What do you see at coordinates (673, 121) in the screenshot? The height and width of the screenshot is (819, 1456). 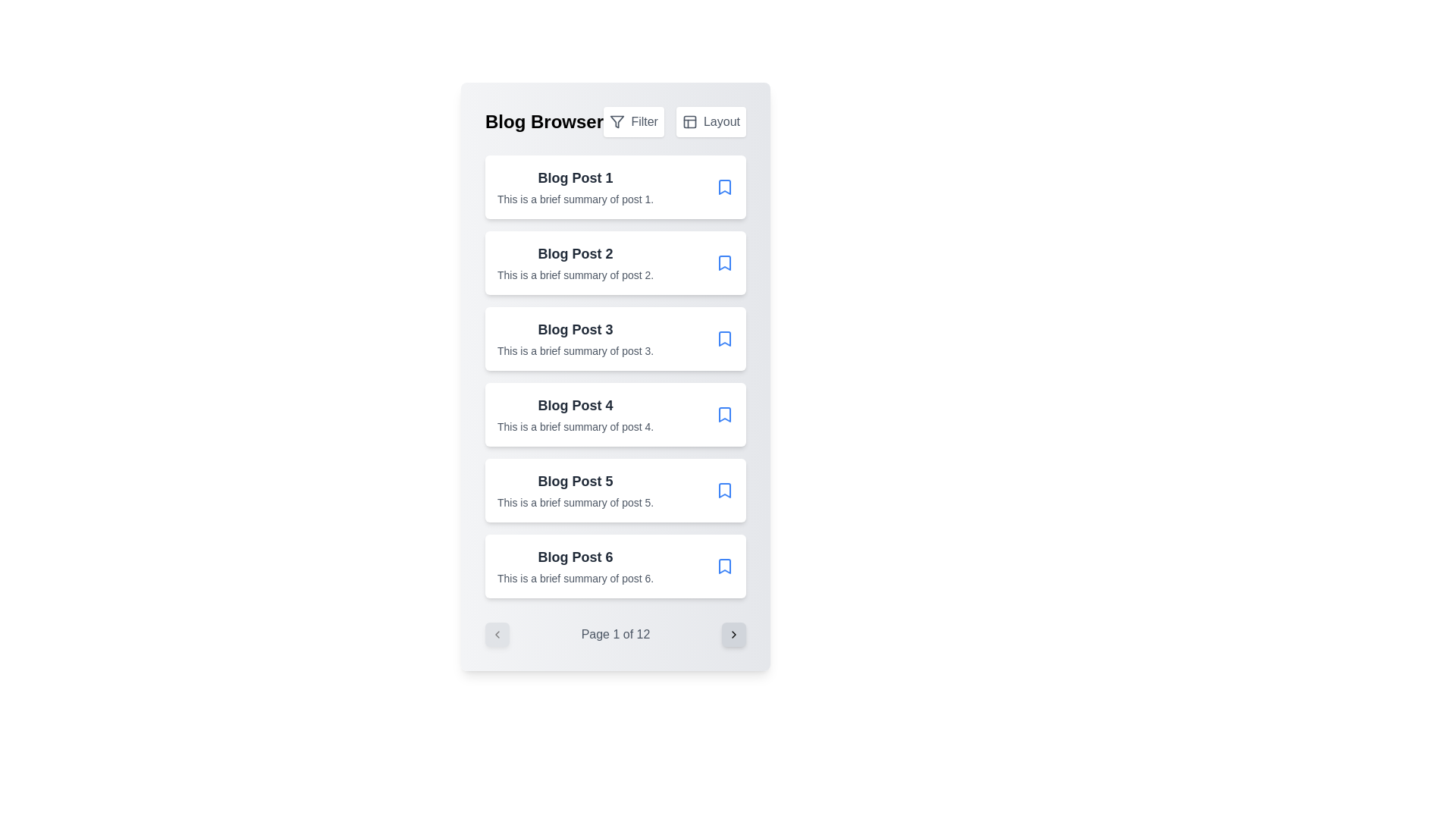 I see `the 'Filter' and 'Layout' buttons in the Control group located in the top-right section of the Blog Browser interface` at bounding box center [673, 121].